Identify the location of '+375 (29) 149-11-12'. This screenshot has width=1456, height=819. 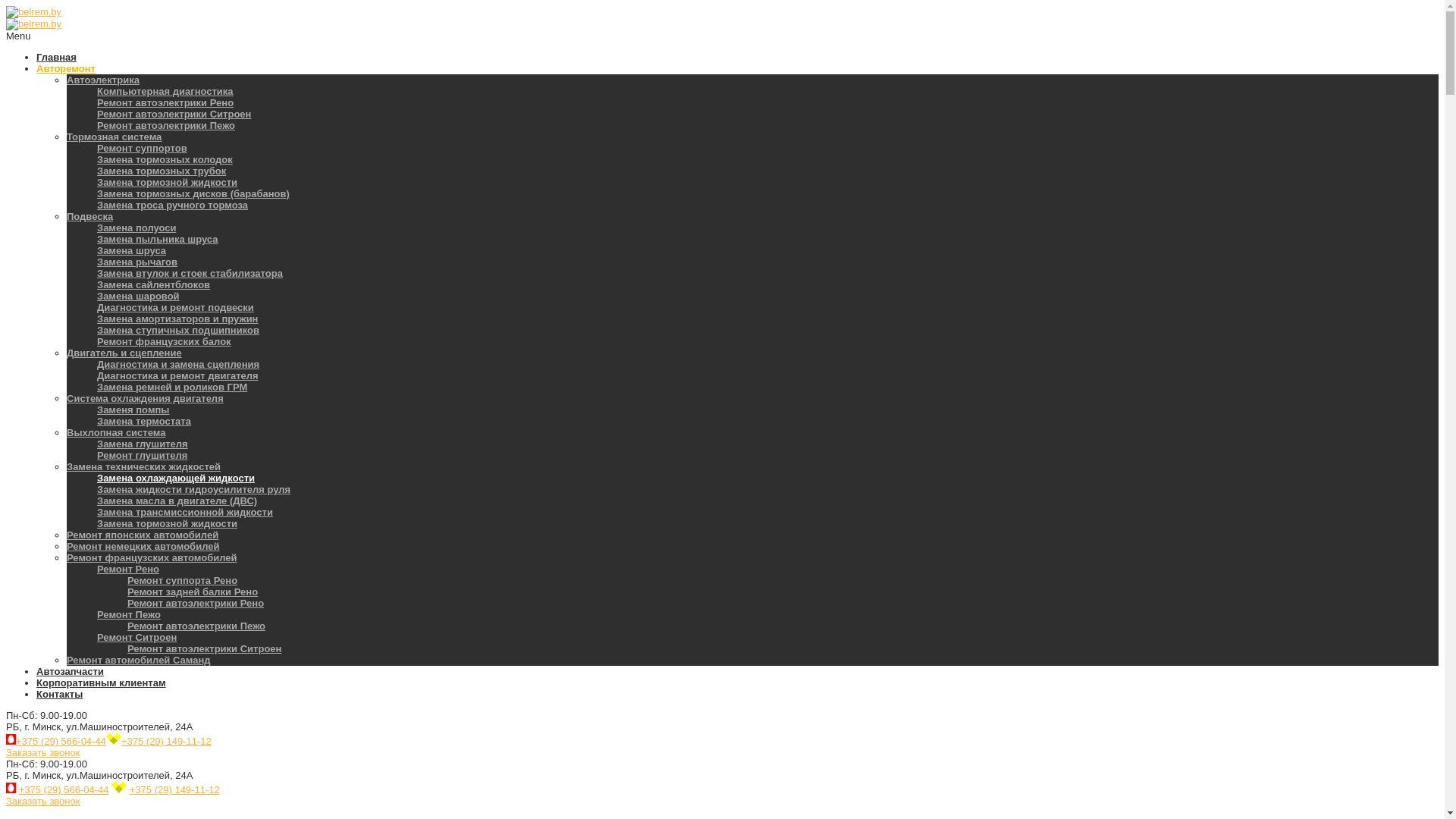
(166, 740).